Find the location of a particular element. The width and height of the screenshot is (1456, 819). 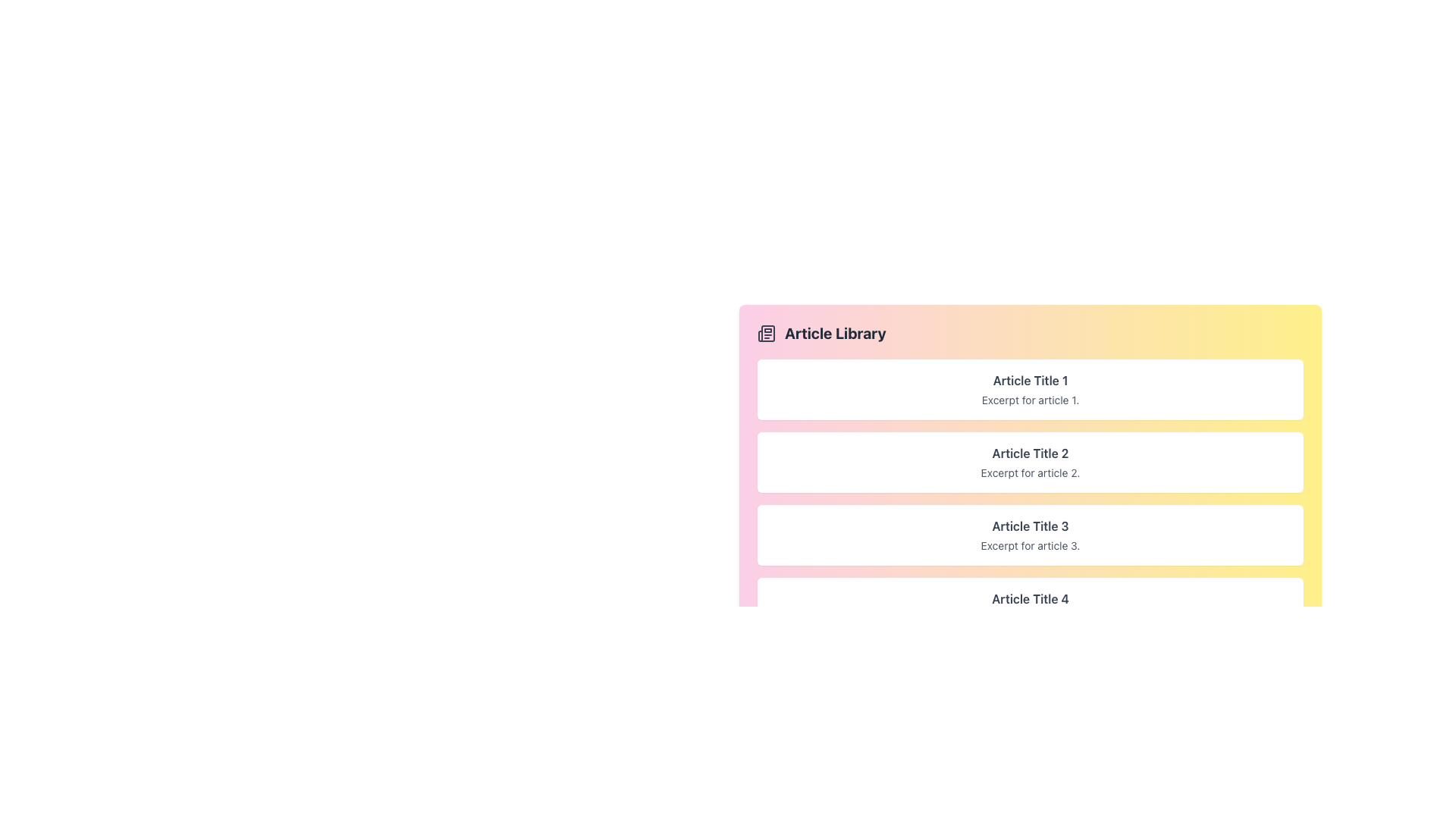

the third card titled 'Article Title 3' in the 'Article Library' is located at coordinates (1030, 534).